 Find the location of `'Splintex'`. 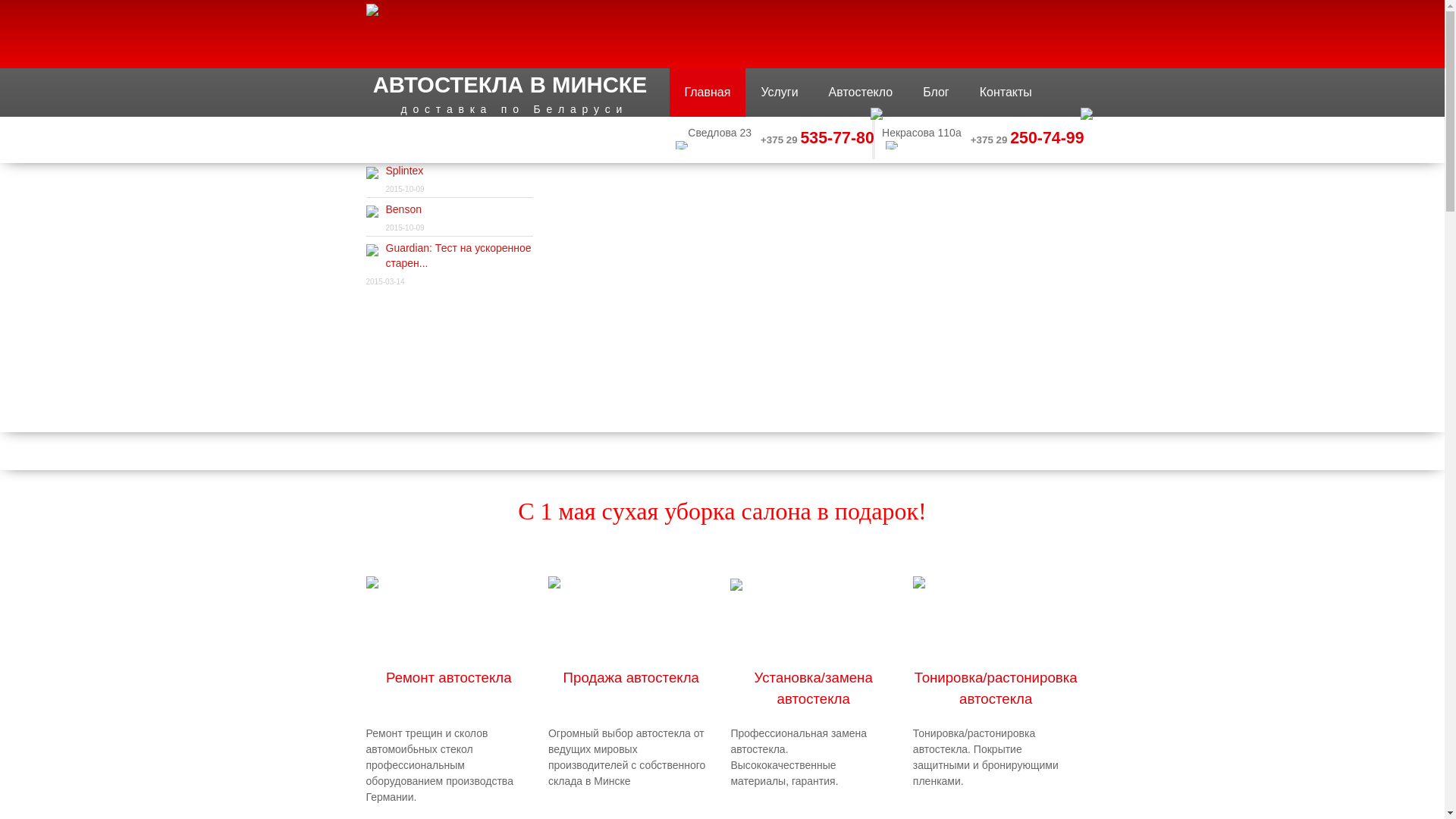

'Splintex' is located at coordinates (371, 172).